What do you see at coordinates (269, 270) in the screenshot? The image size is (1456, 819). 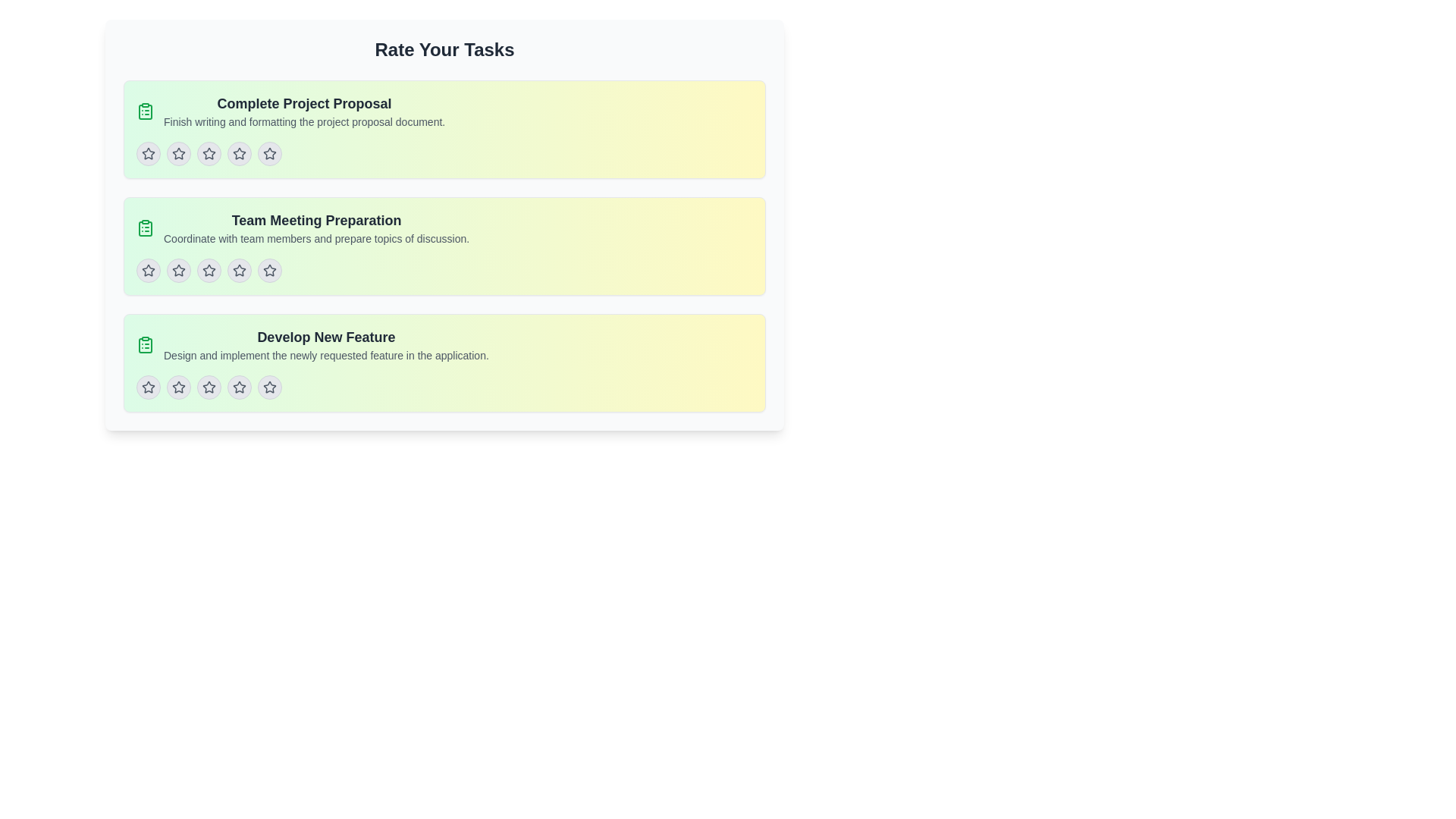 I see `the fifth star in the rating widget for the task 'Team Meeting Preparation' to observe hover effects` at bounding box center [269, 270].